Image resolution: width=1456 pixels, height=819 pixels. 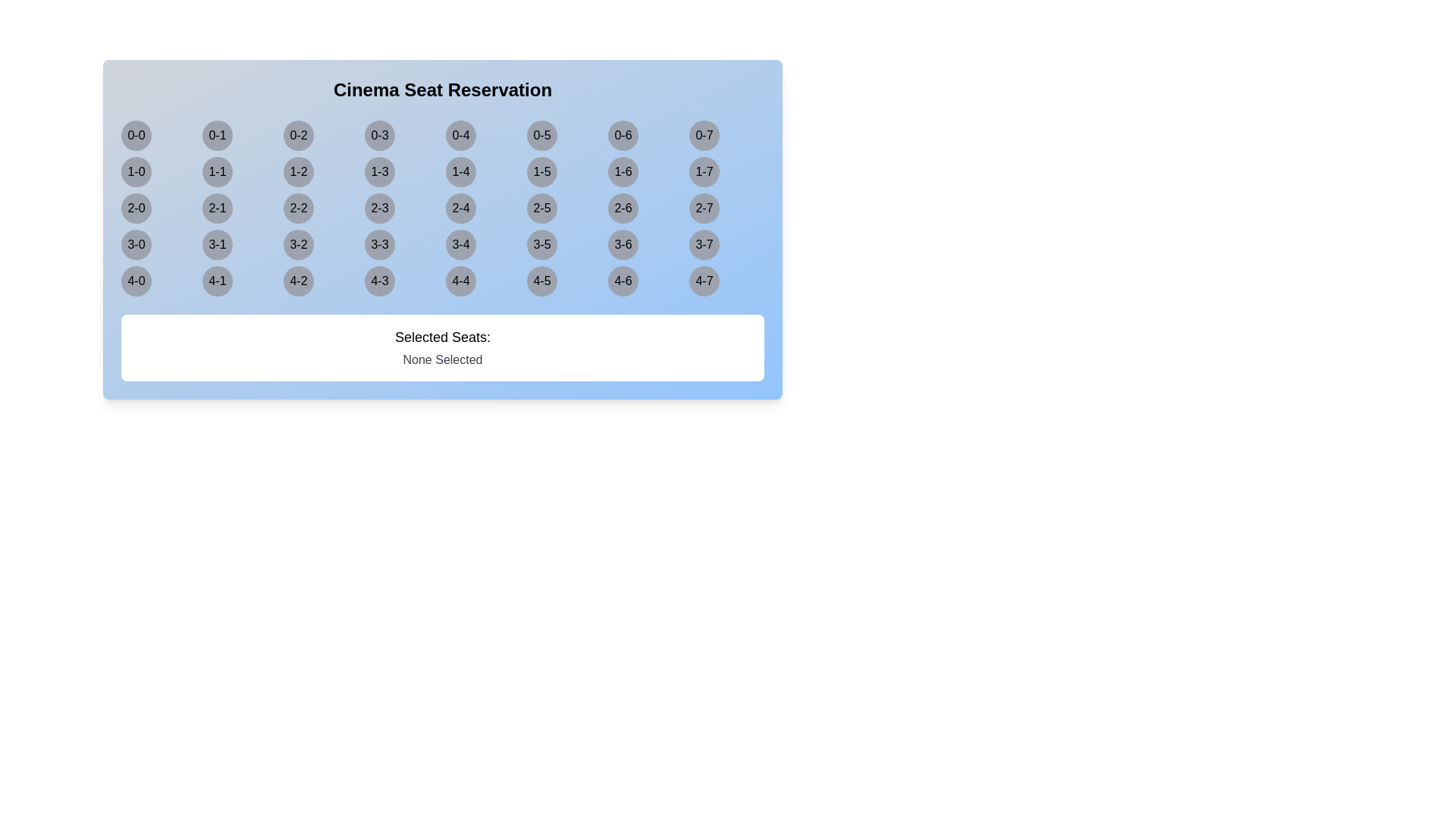 What do you see at coordinates (623, 171) in the screenshot?
I see `the selectable seat button in the cinema seat reservation interface located in the second row and seventh column` at bounding box center [623, 171].